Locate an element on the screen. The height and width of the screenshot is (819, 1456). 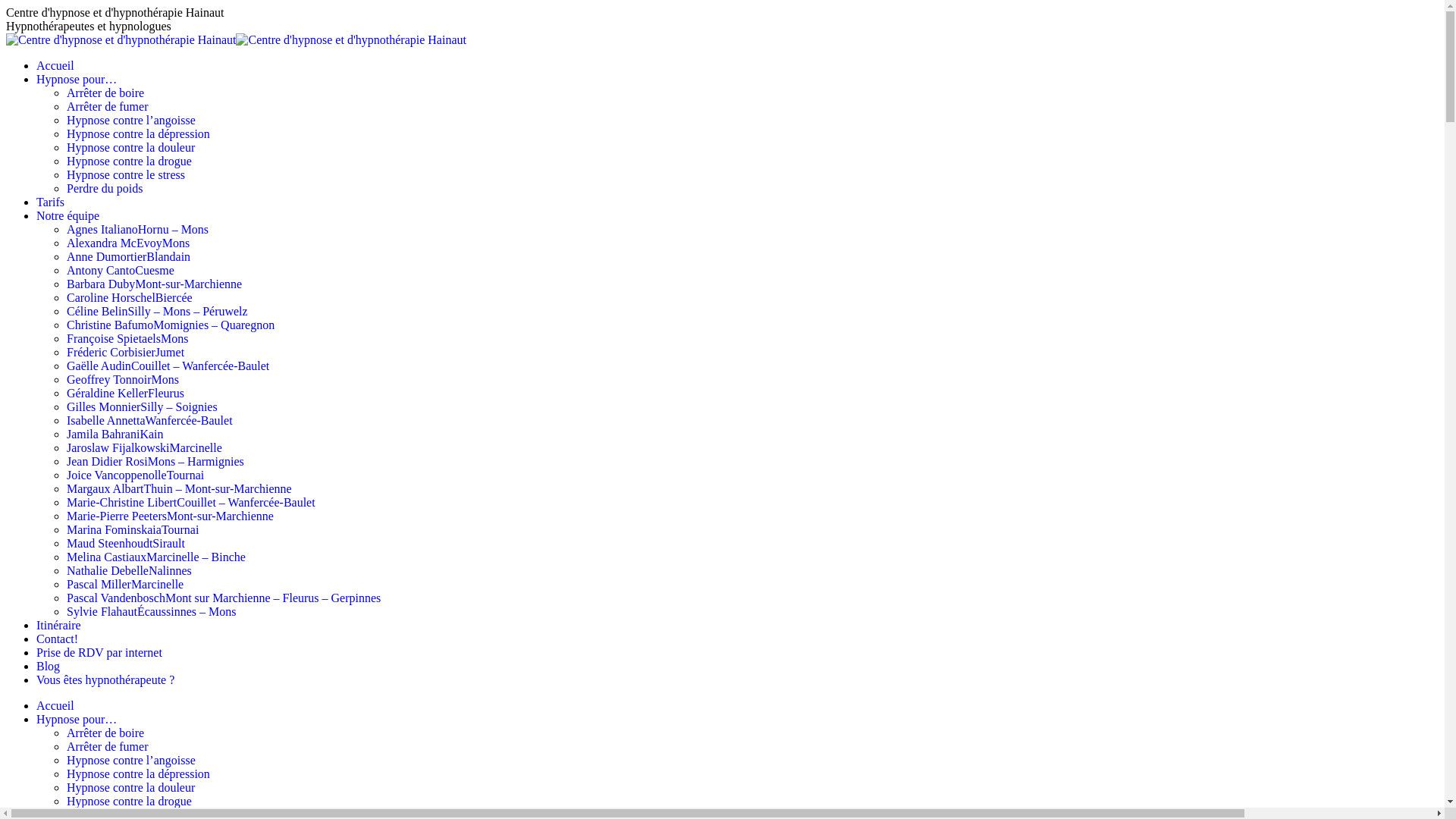
'Barbara DubyMont-sur-Marchienne' is located at coordinates (154, 284).